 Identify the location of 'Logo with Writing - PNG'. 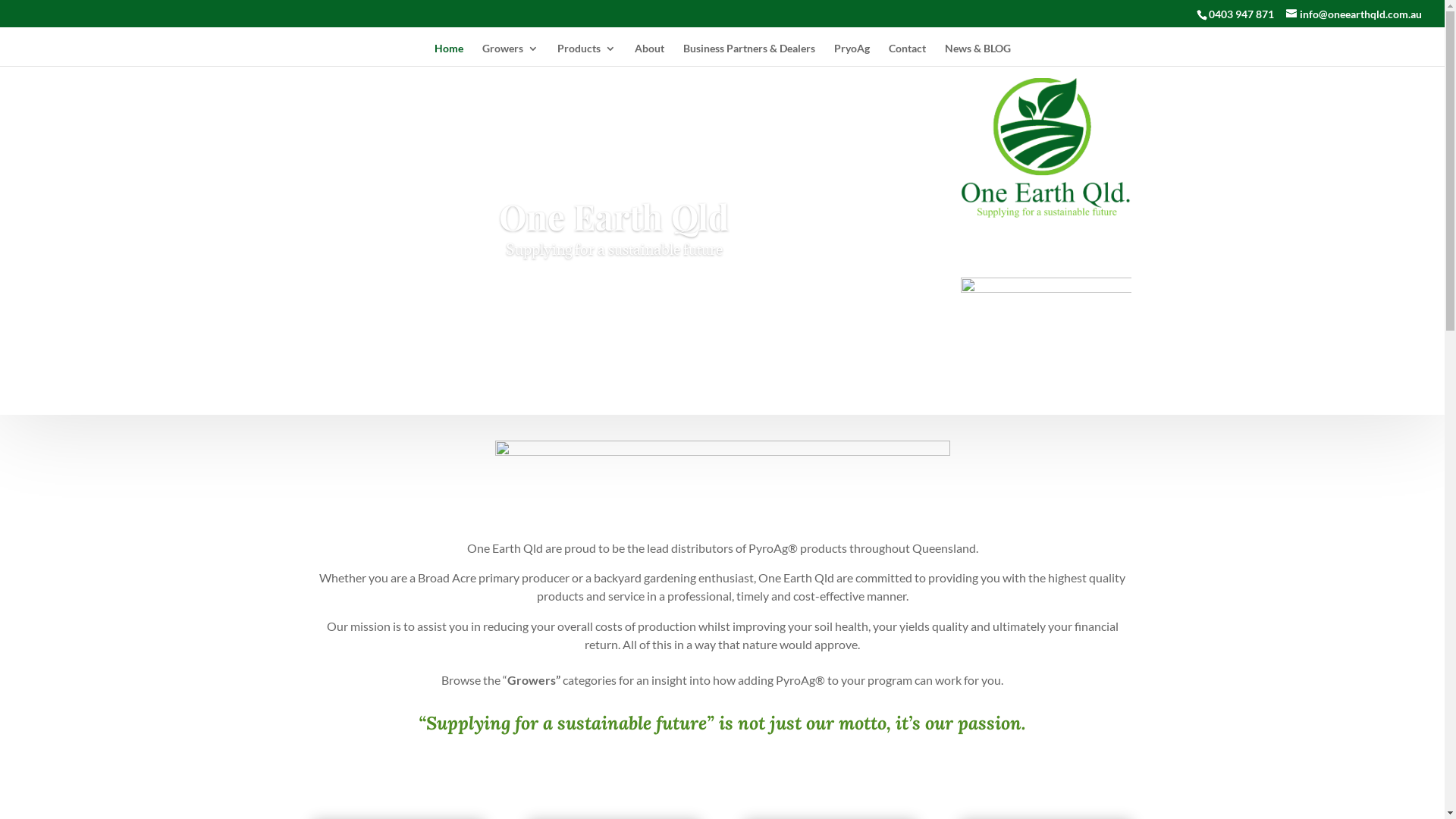
(1045, 148).